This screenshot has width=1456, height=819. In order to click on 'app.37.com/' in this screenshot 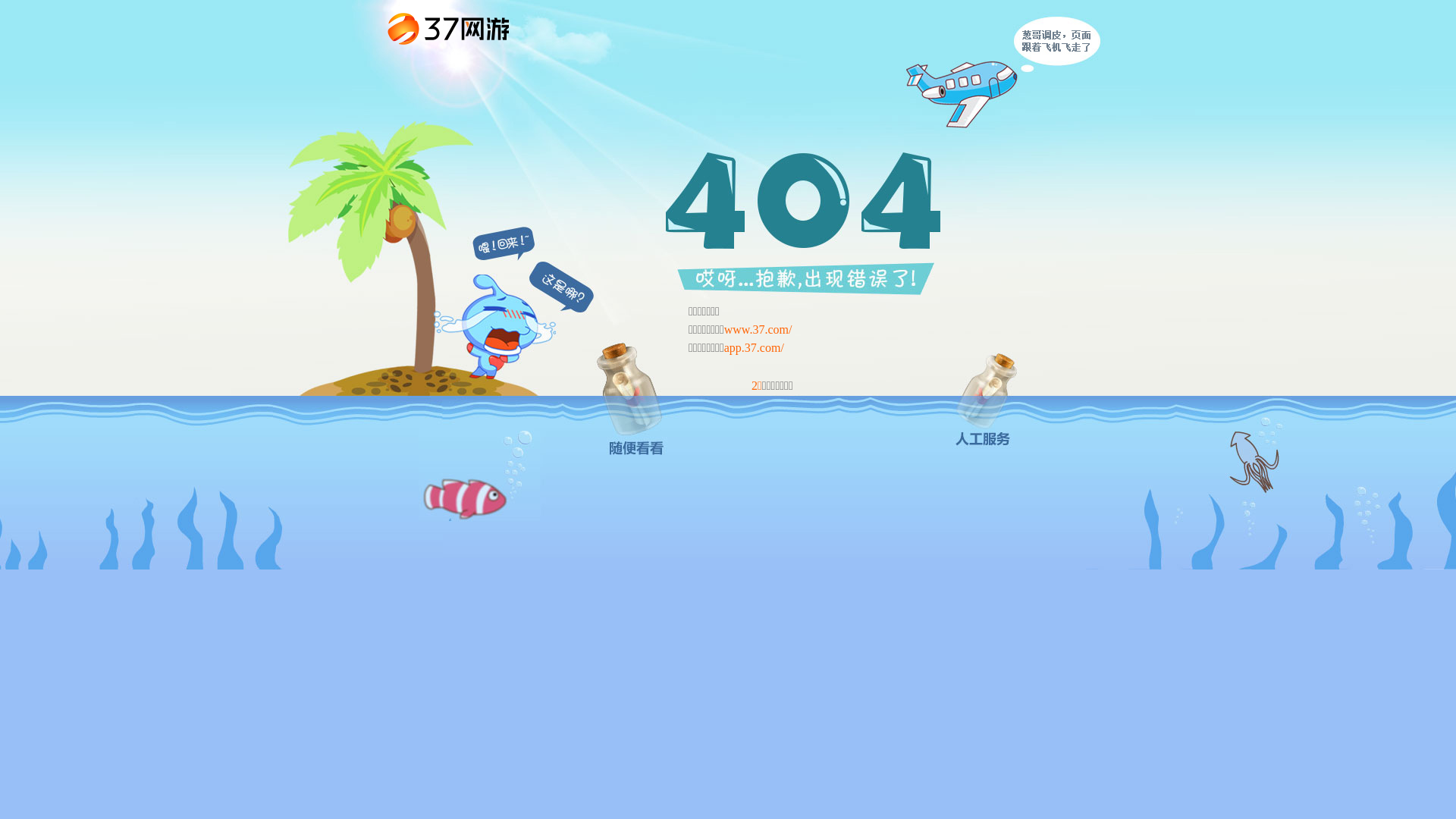, I will do `click(723, 347)`.